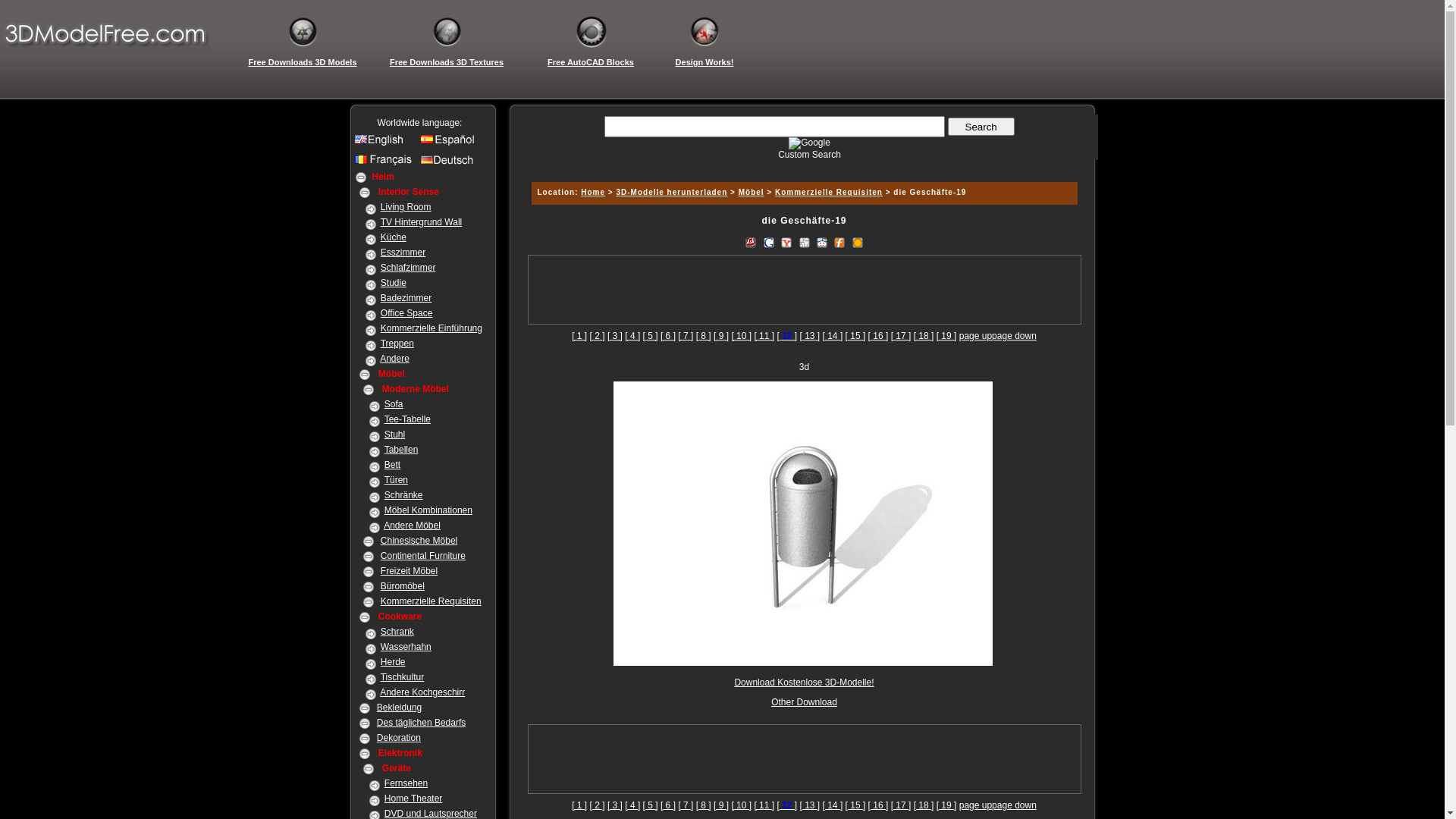 The image size is (1456, 819). I want to click on 'ABookmark  To Furl', so click(839, 241).